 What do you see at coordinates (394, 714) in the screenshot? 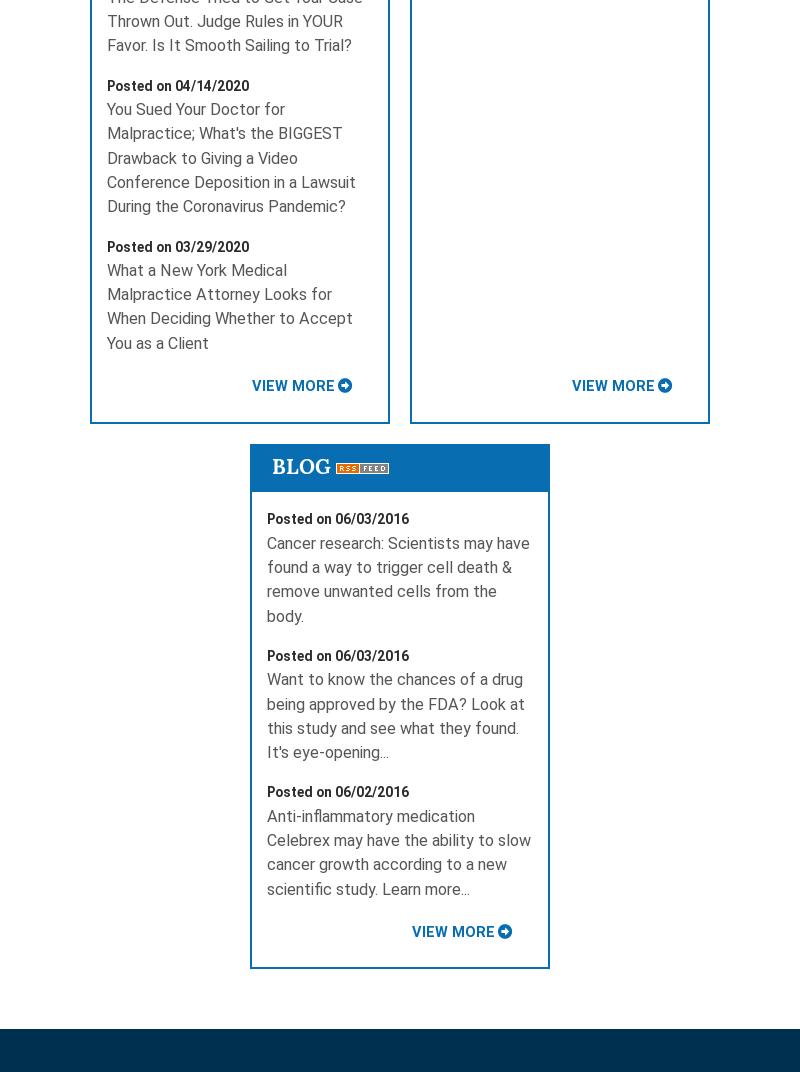
I see `'Want to know the chances of a drug being approved by the FDA? Look at this study and see what they found. It's eye-opening...'` at bounding box center [394, 714].